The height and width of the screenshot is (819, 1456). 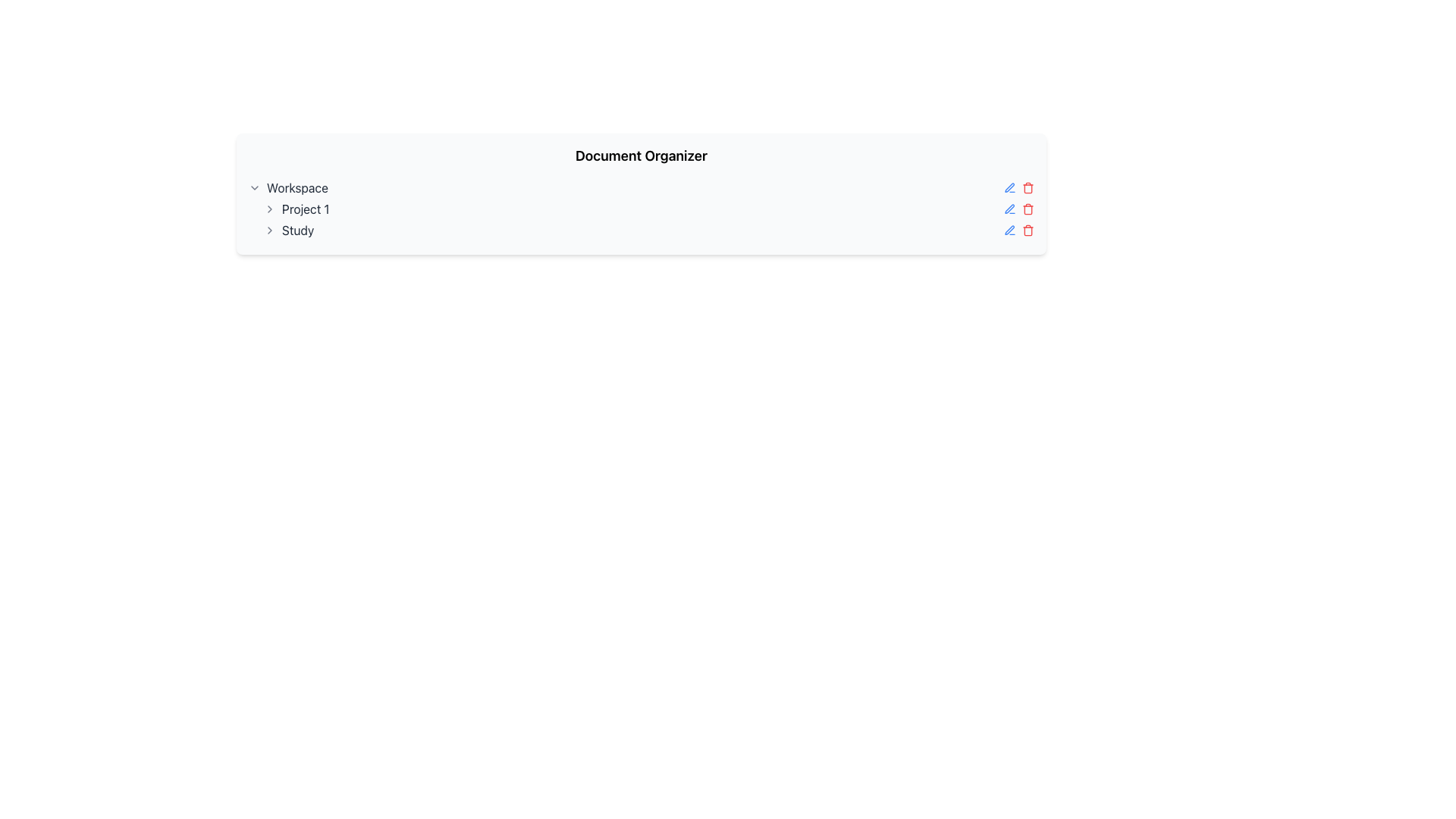 I want to click on the chevron icon next to the text label 'Project 1', so click(x=269, y=209).